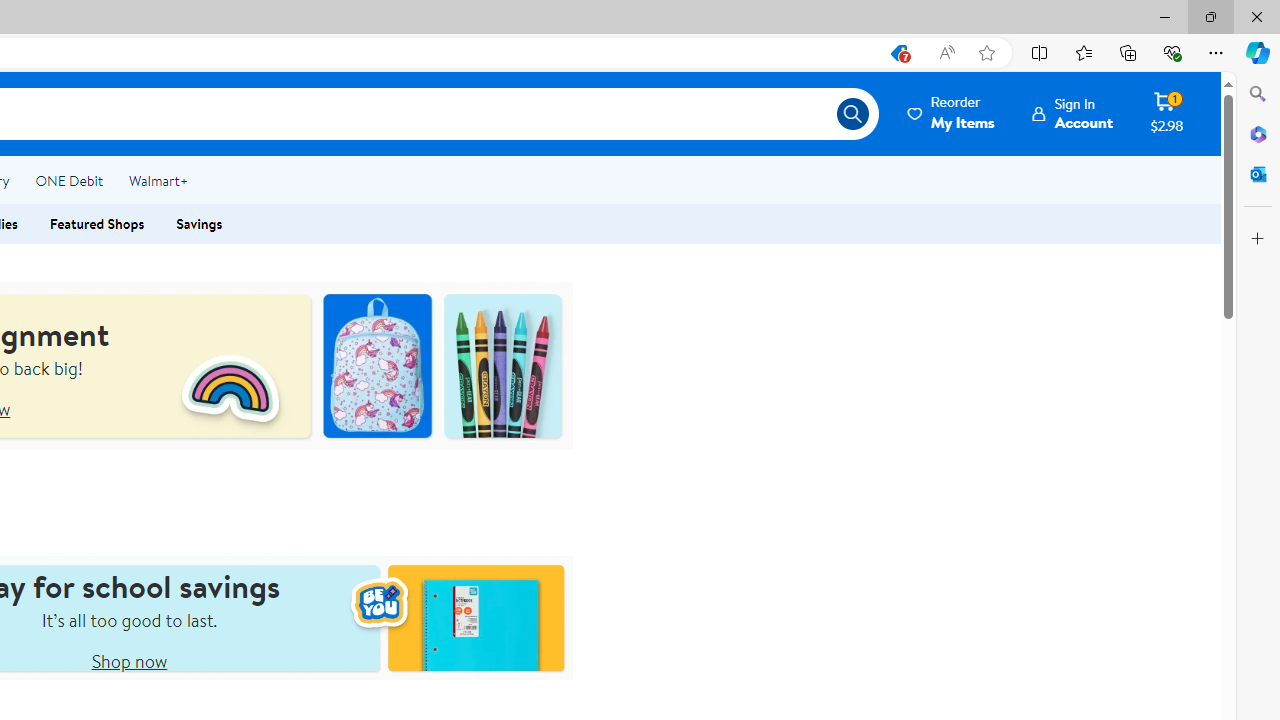 The width and height of the screenshot is (1280, 720). I want to click on 'This site has coupons! Shopping in Microsoft Edge, 7', so click(897, 52).